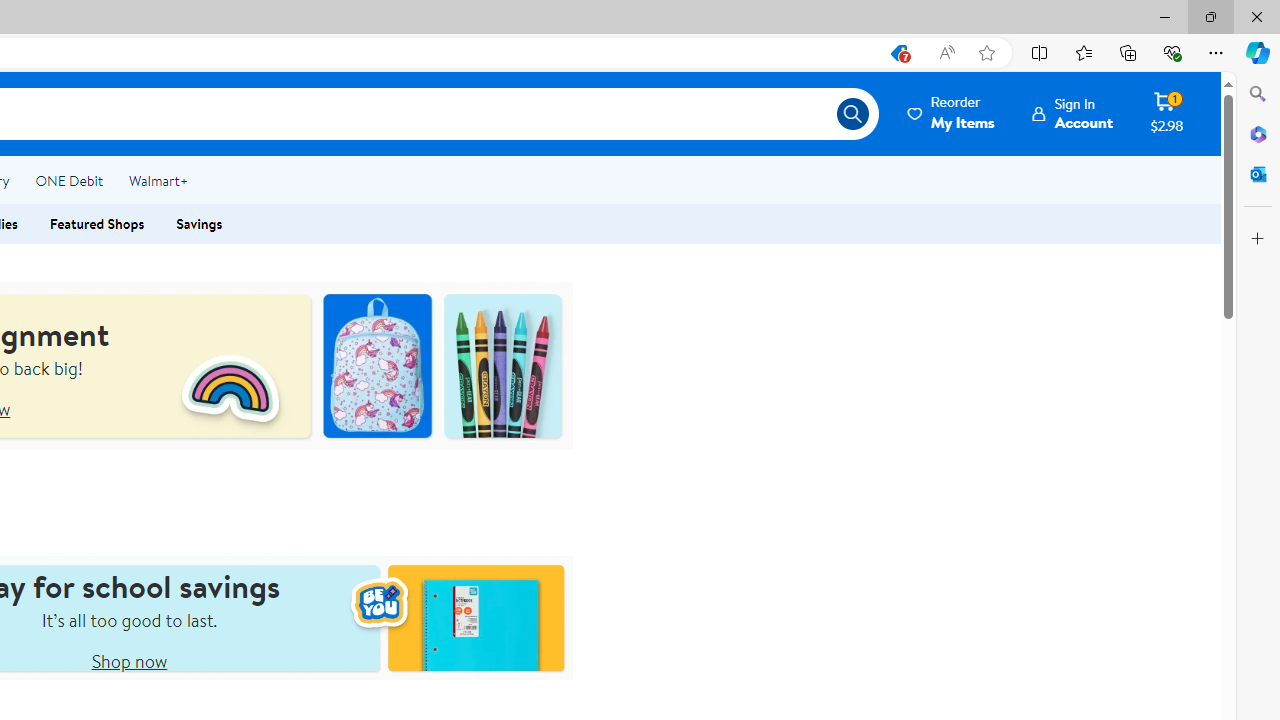 The width and height of the screenshot is (1280, 720). I want to click on 'This site has coupons! Shopping in Microsoft Edge, 7', so click(897, 52).